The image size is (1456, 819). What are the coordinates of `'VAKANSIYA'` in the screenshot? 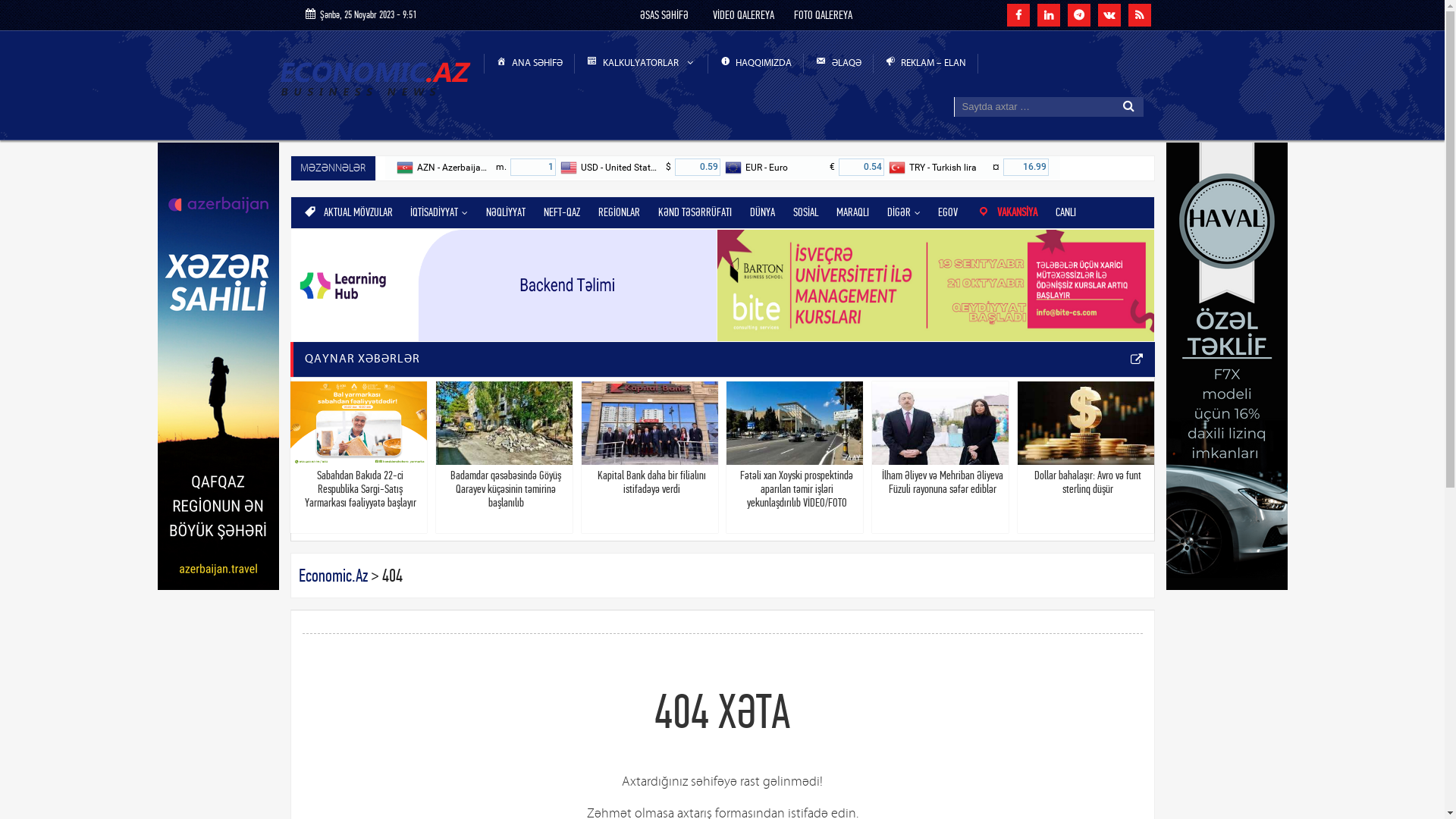 It's located at (1006, 212).